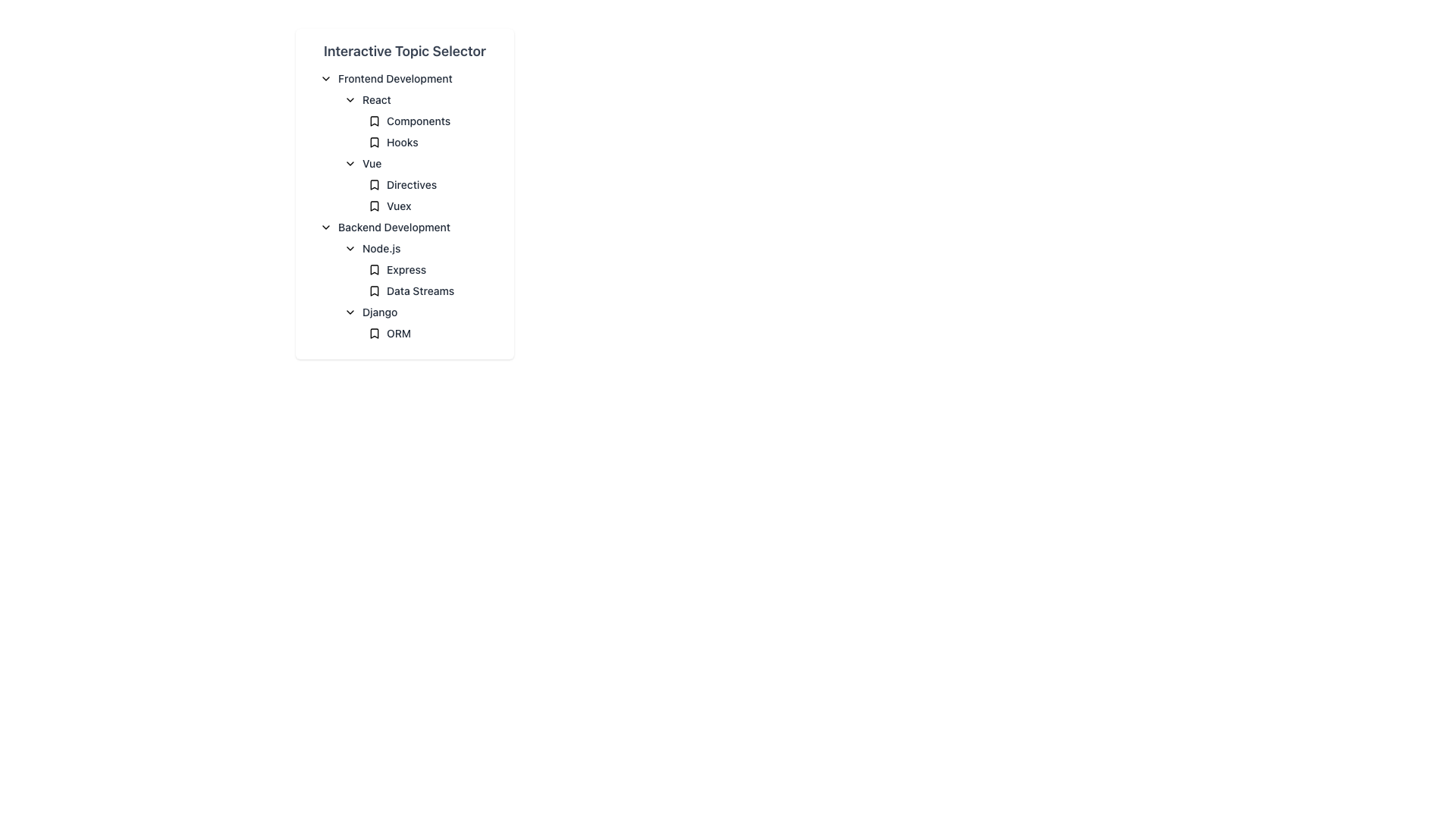 The height and width of the screenshot is (819, 1456). Describe the element at coordinates (375, 206) in the screenshot. I see `the bookmark icon for the 'Vuex' topic` at that location.